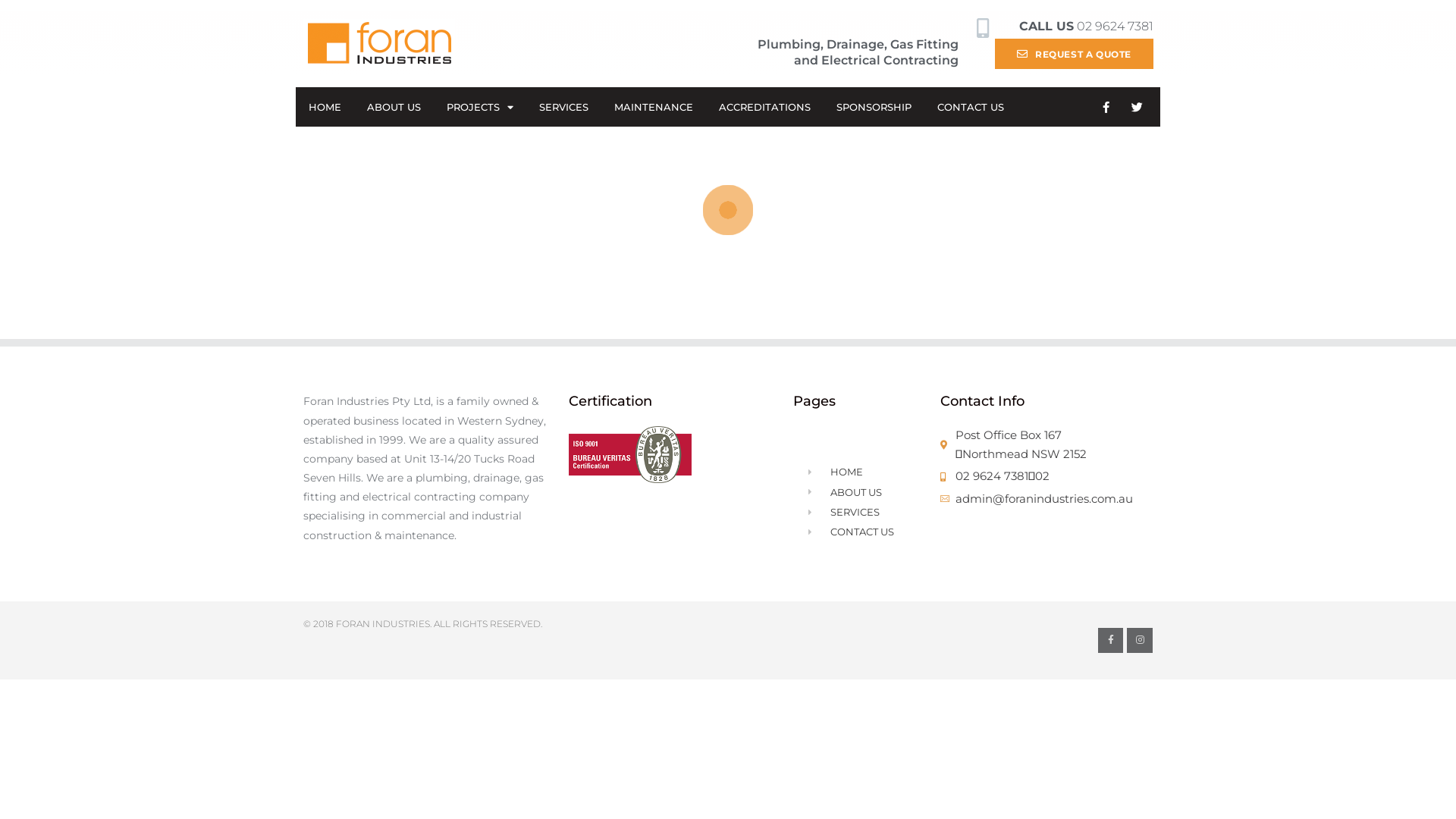 The image size is (1456, 819). What do you see at coordinates (479, 106) in the screenshot?
I see `'PROJECTS'` at bounding box center [479, 106].